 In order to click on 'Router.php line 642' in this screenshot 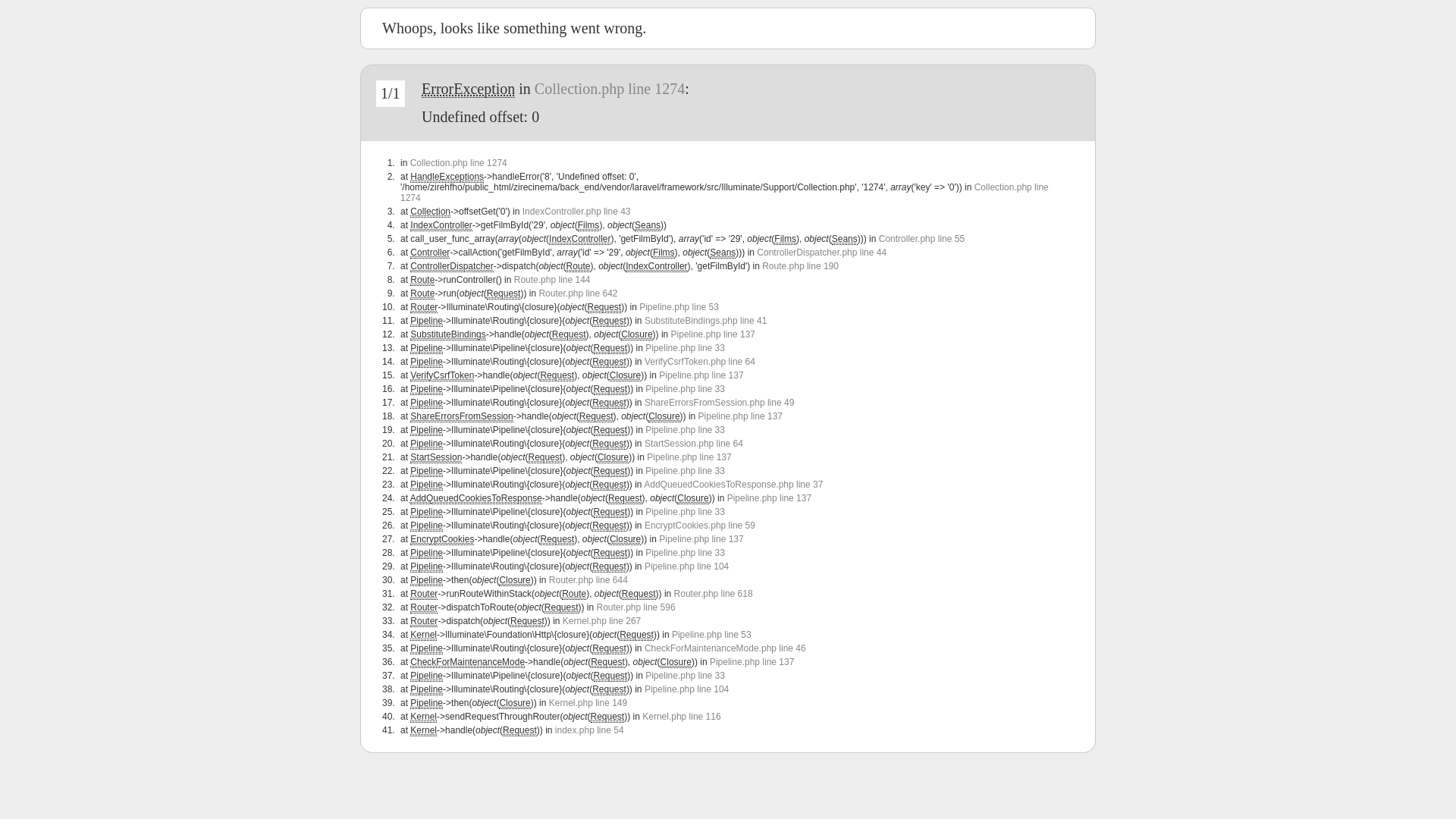, I will do `click(577, 293)`.